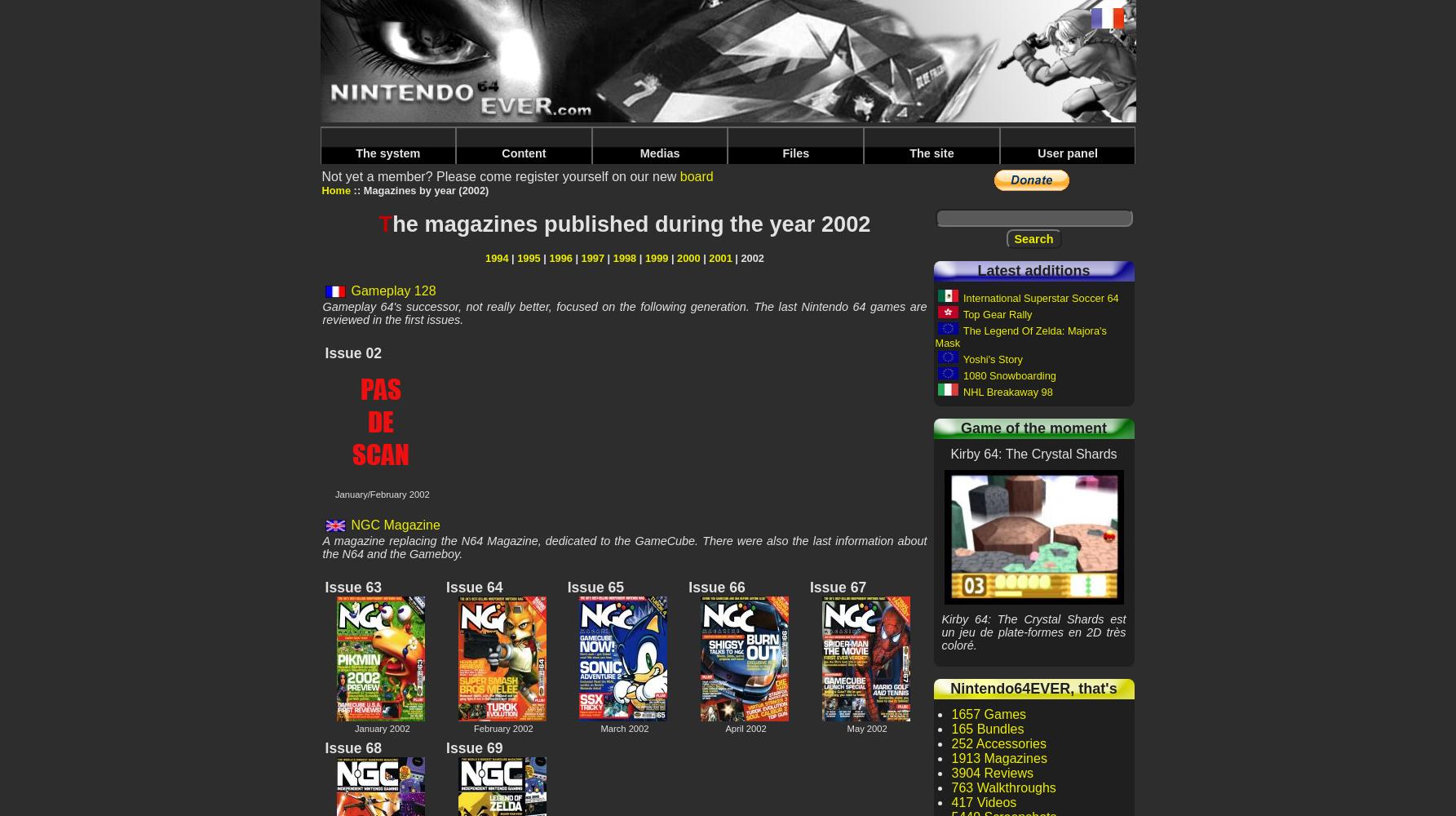 The width and height of the screenshot is (1456, 816). Describe the element at coordinates (688, 257) in the screenshot. I see `'2000'` at that location.